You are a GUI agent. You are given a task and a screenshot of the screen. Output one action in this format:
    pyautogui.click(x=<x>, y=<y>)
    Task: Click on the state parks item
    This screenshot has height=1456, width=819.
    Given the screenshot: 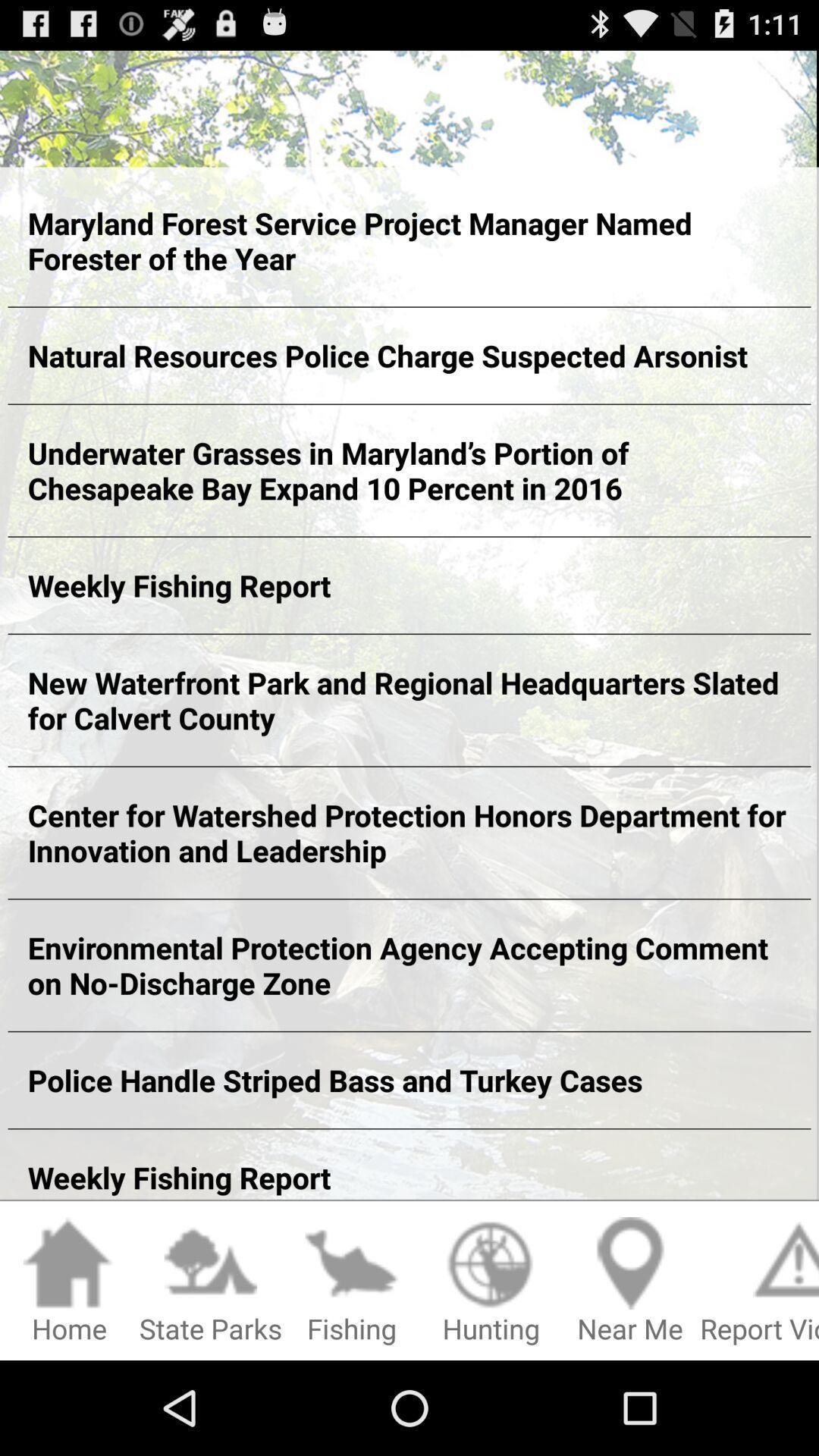 What is the action you would take?
    pyautogui.click(x=210, y=1281)
    